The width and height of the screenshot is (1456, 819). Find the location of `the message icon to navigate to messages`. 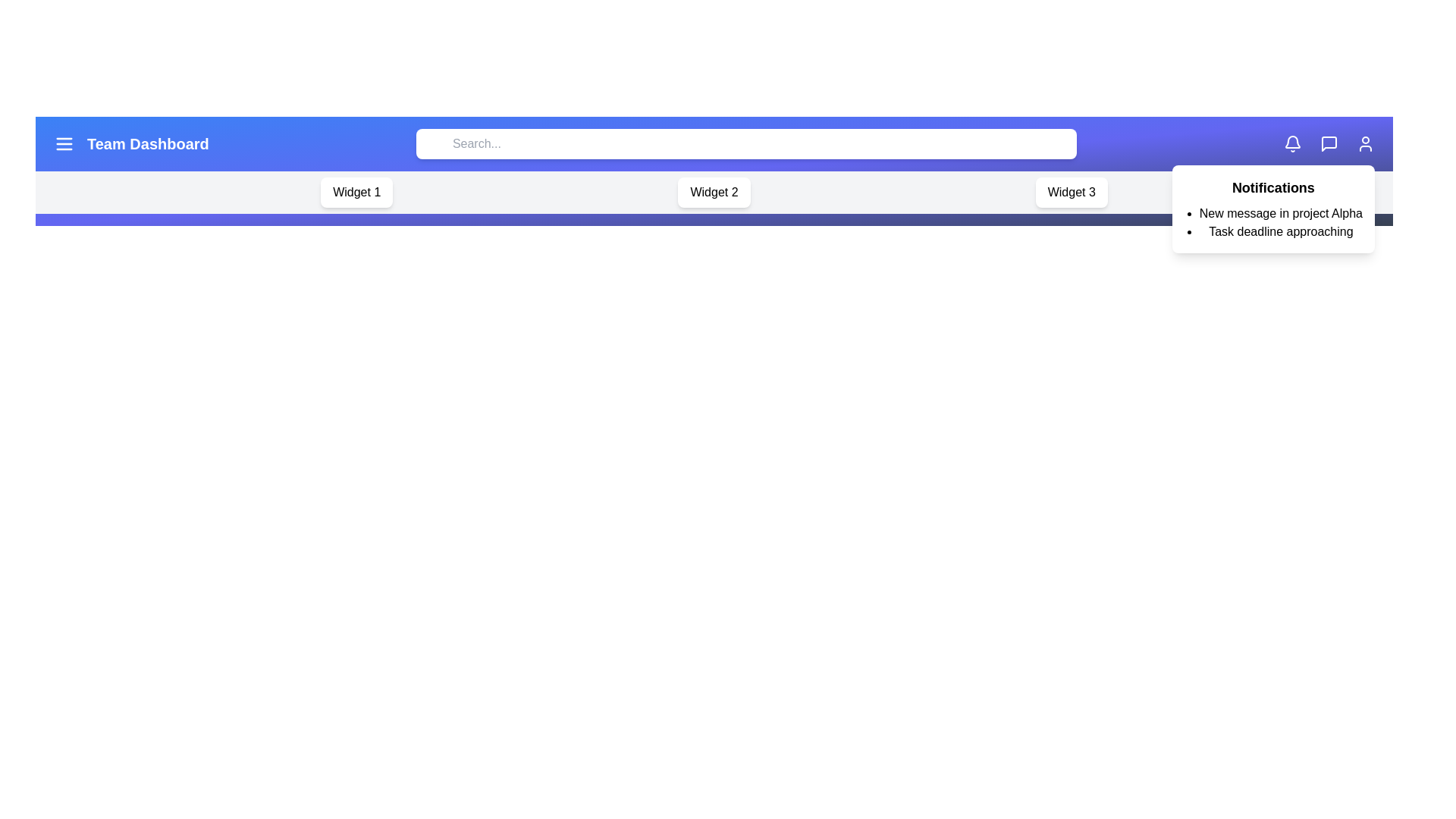

the message icon to navigate to messages is located at coordinates (1328, 143).